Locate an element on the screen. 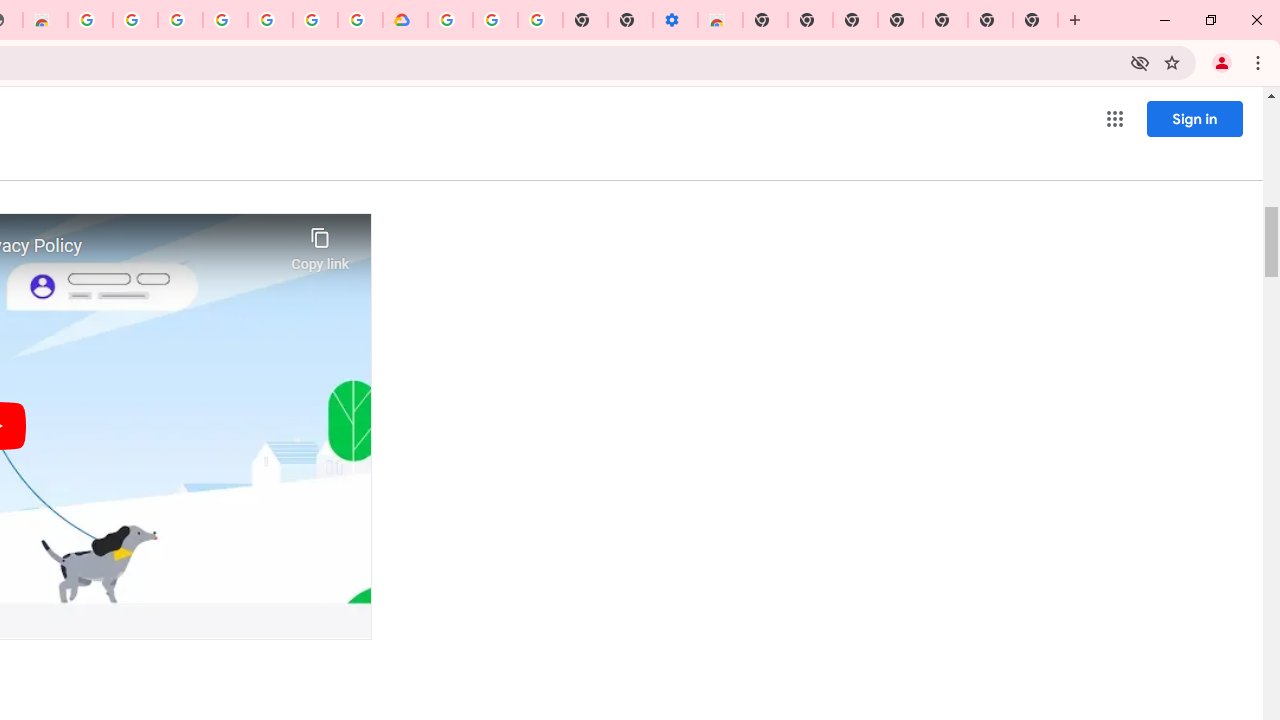 The height and width of the screenshot is (720, 1280). 'Turn cookies on or off - Computer - Google Account Help' is located at coordinates (540, 20).